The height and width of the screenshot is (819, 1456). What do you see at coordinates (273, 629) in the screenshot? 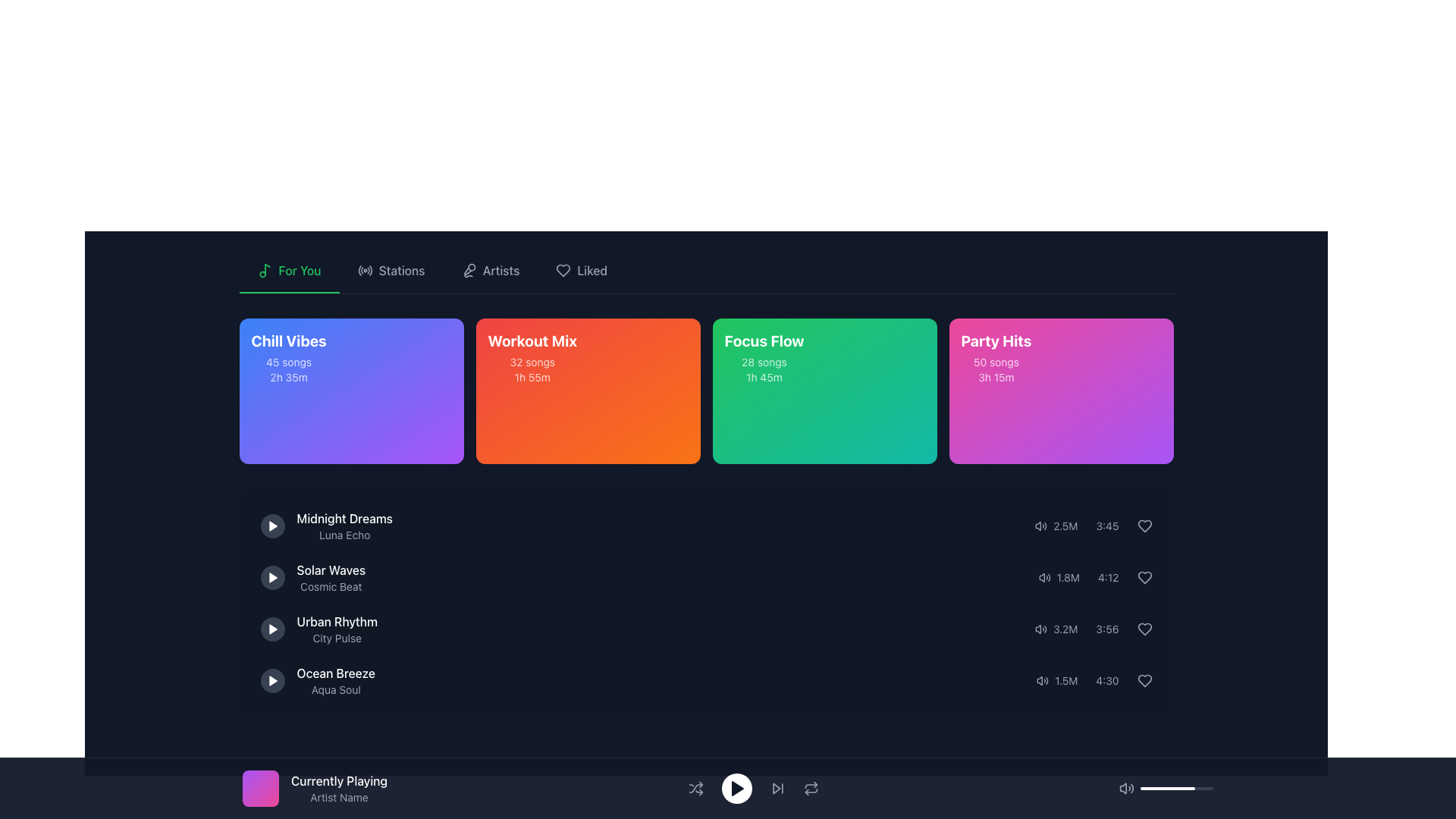
I see `the media play button located next to the song titled 'Urban Rhythm' to initiate playback` at bounding box center [273, 629].